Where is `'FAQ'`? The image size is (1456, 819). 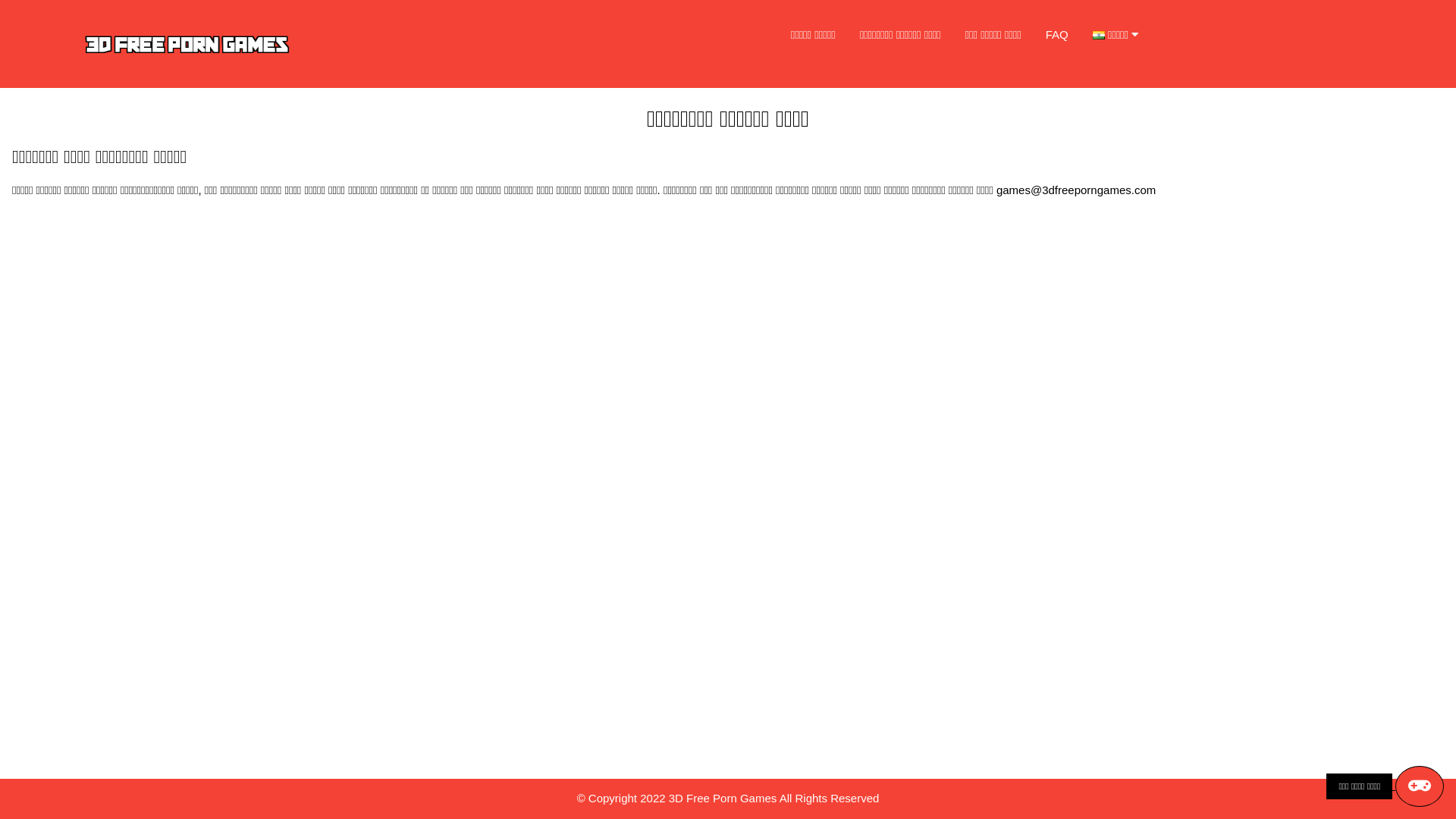
'FAQ' is located at coordinates (1056, 34).